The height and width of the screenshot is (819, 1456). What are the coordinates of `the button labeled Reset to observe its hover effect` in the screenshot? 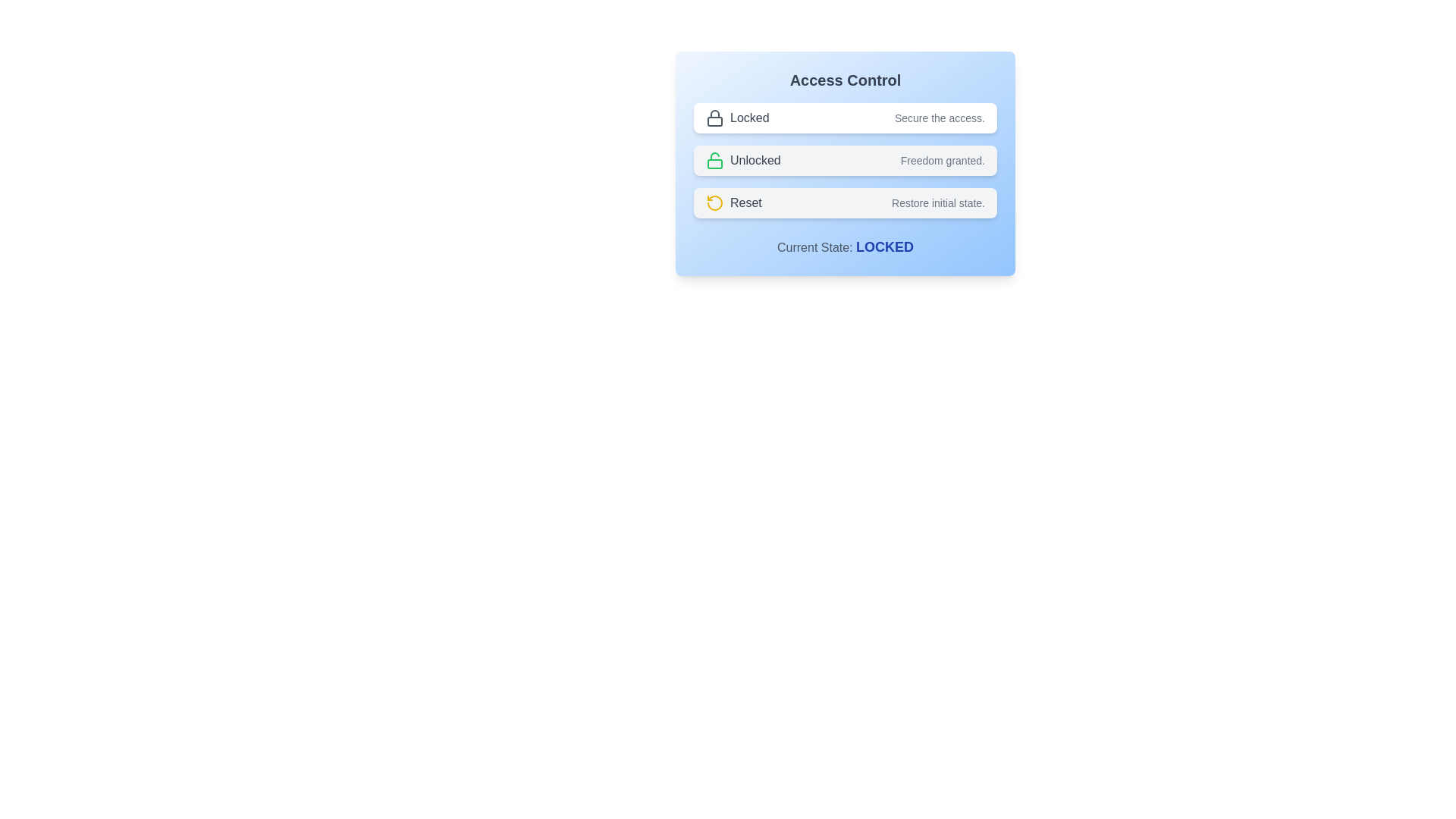 It's located at (844, 202).